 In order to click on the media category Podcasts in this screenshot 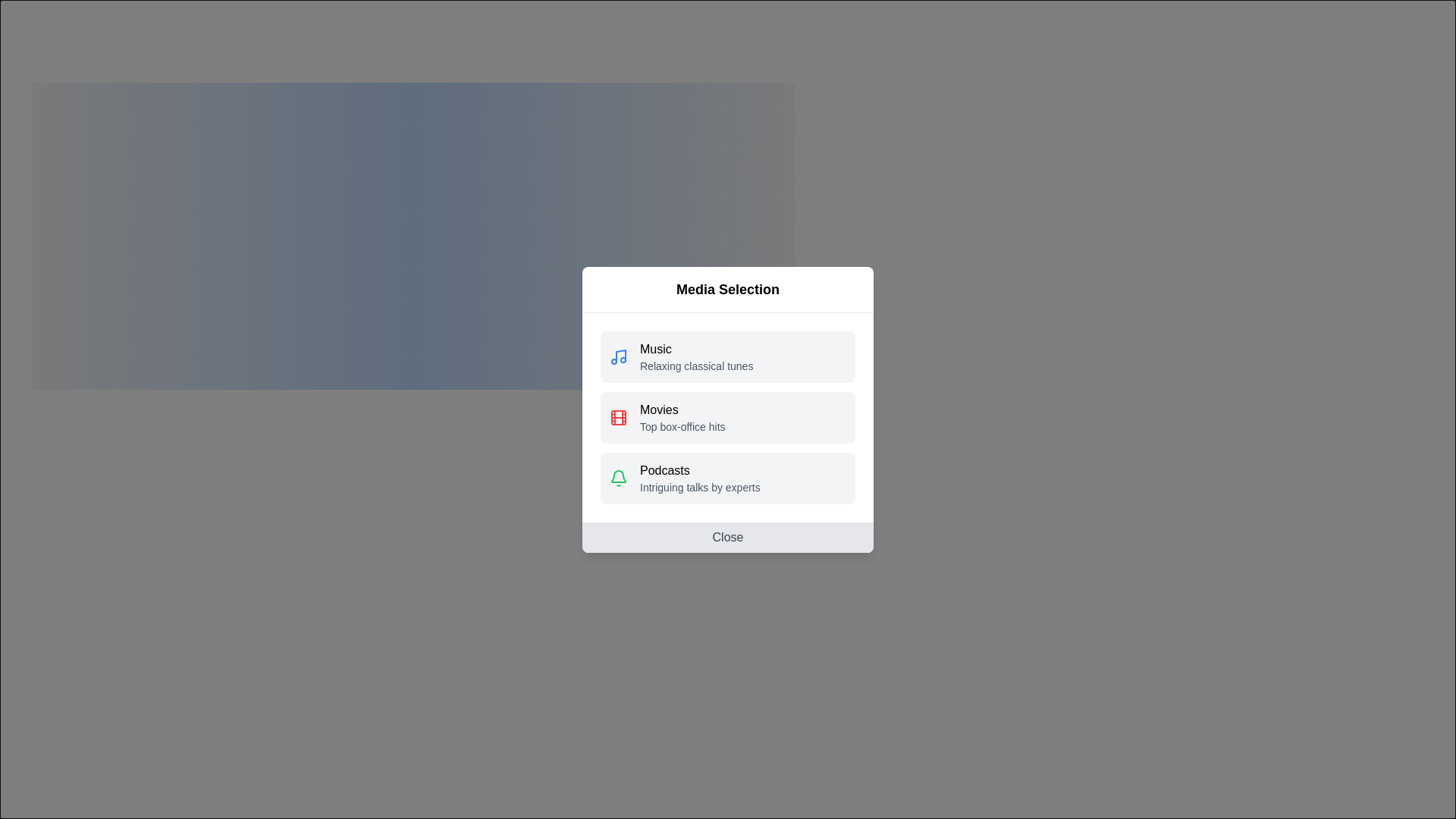, I will do `click(413, 303)`.